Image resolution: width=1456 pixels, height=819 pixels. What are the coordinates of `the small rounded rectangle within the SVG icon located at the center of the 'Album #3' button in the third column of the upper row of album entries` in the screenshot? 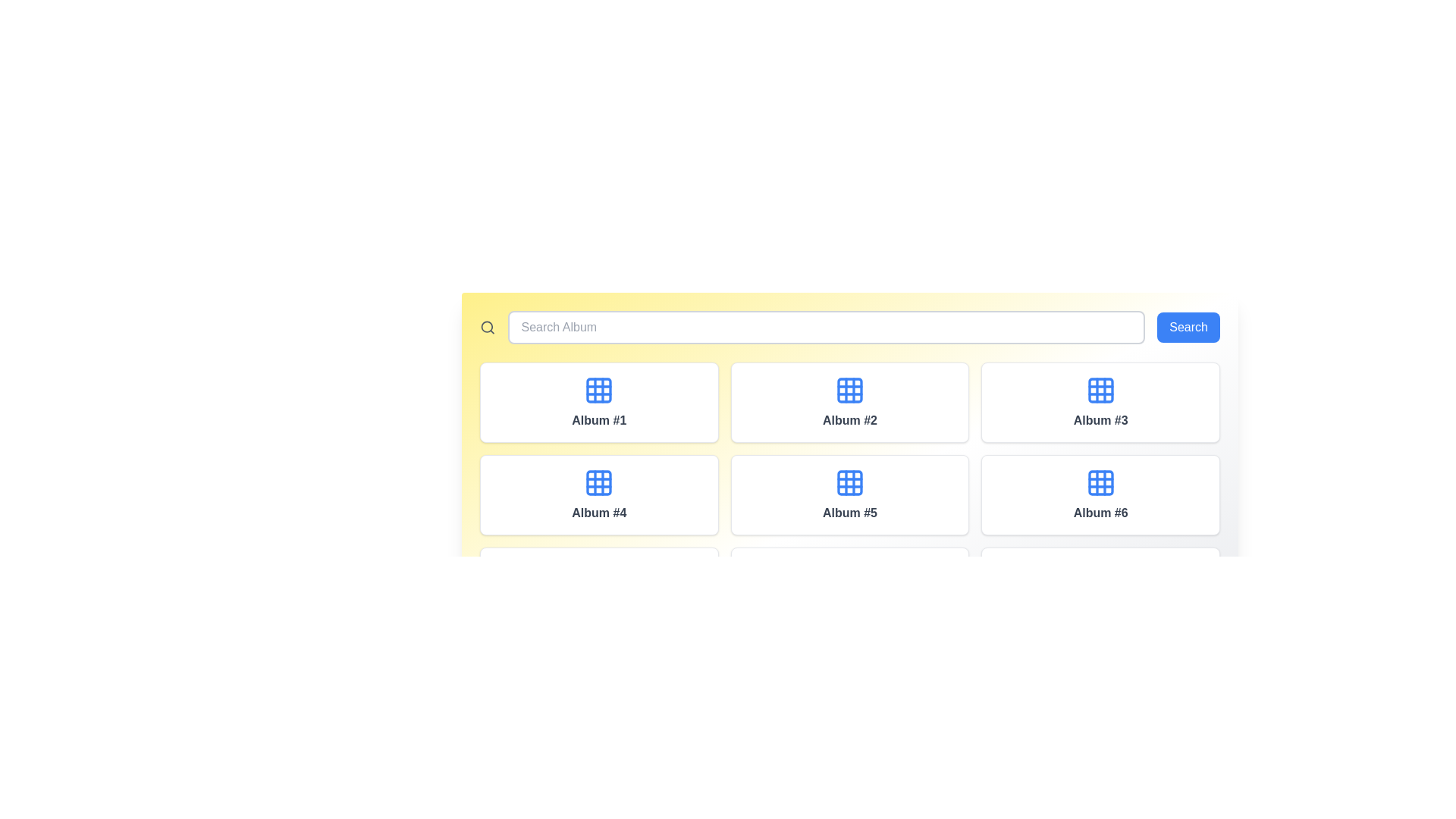 It's located at (1100, 390).